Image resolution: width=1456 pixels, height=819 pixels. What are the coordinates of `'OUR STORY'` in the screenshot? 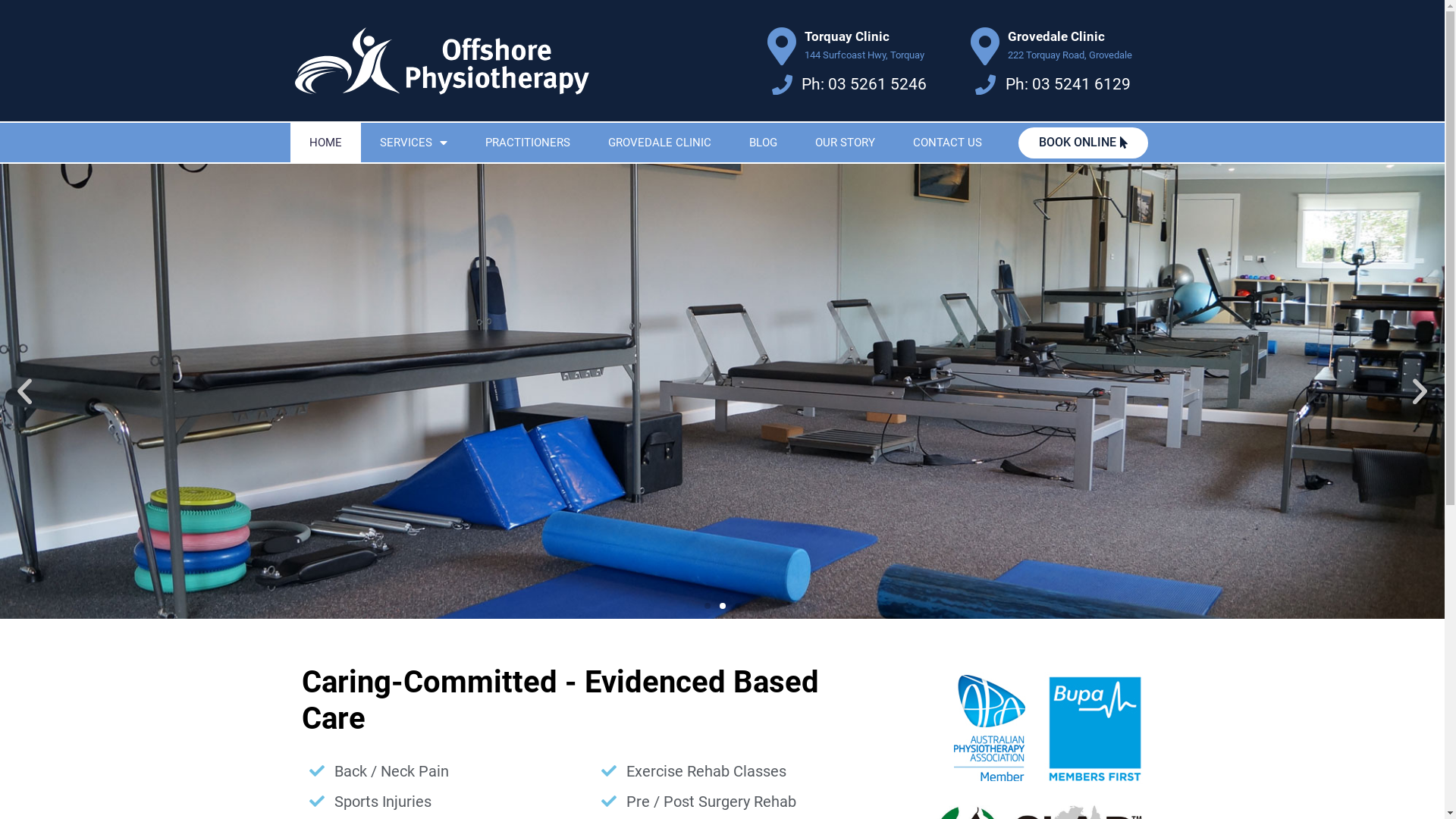 It's located at (844, 143).